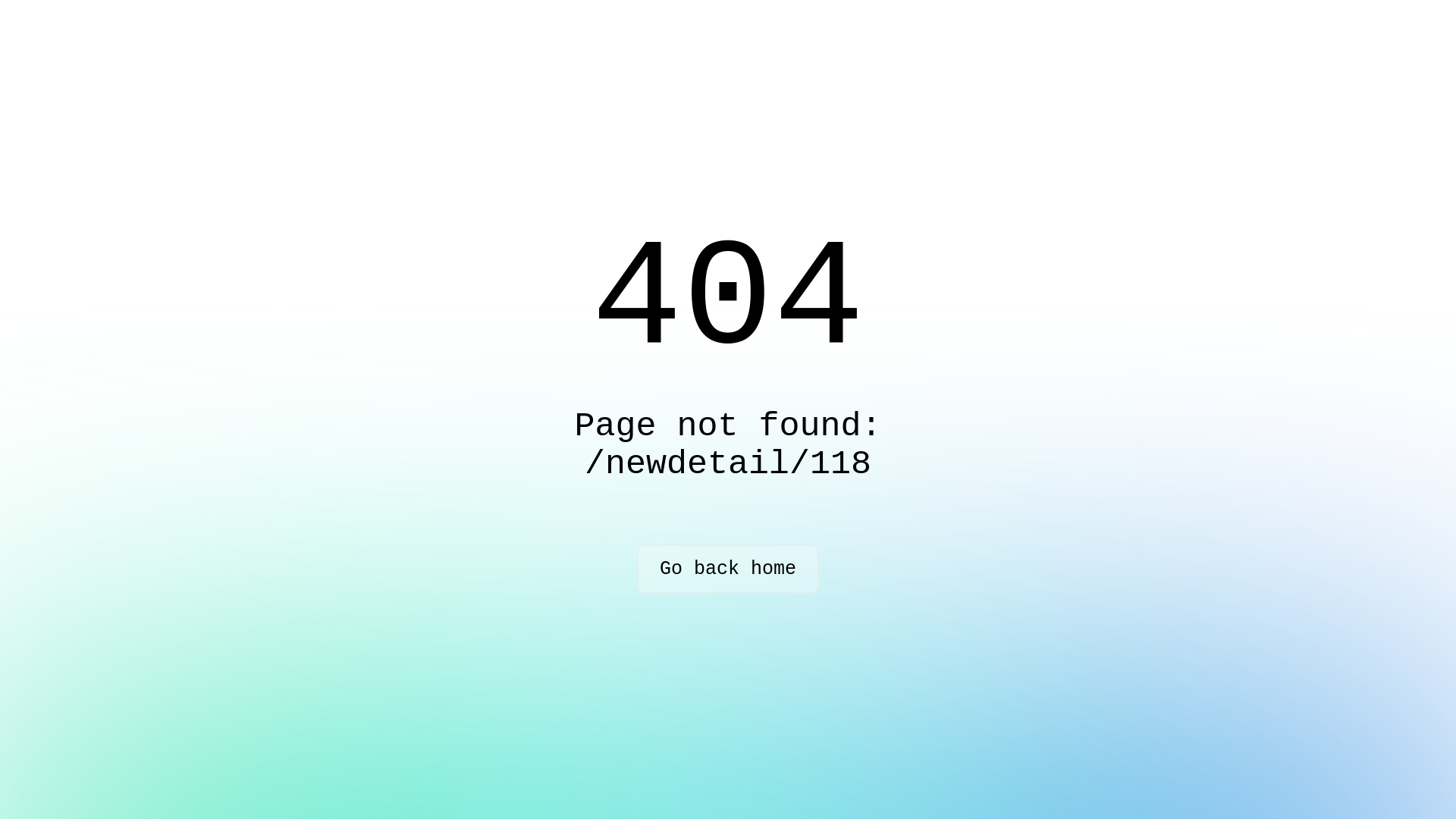 This screenshot has height=819, width=1456. Describe the element at coordinates (728, 569) in the screenshot. I see `'Go back home'` at that location.